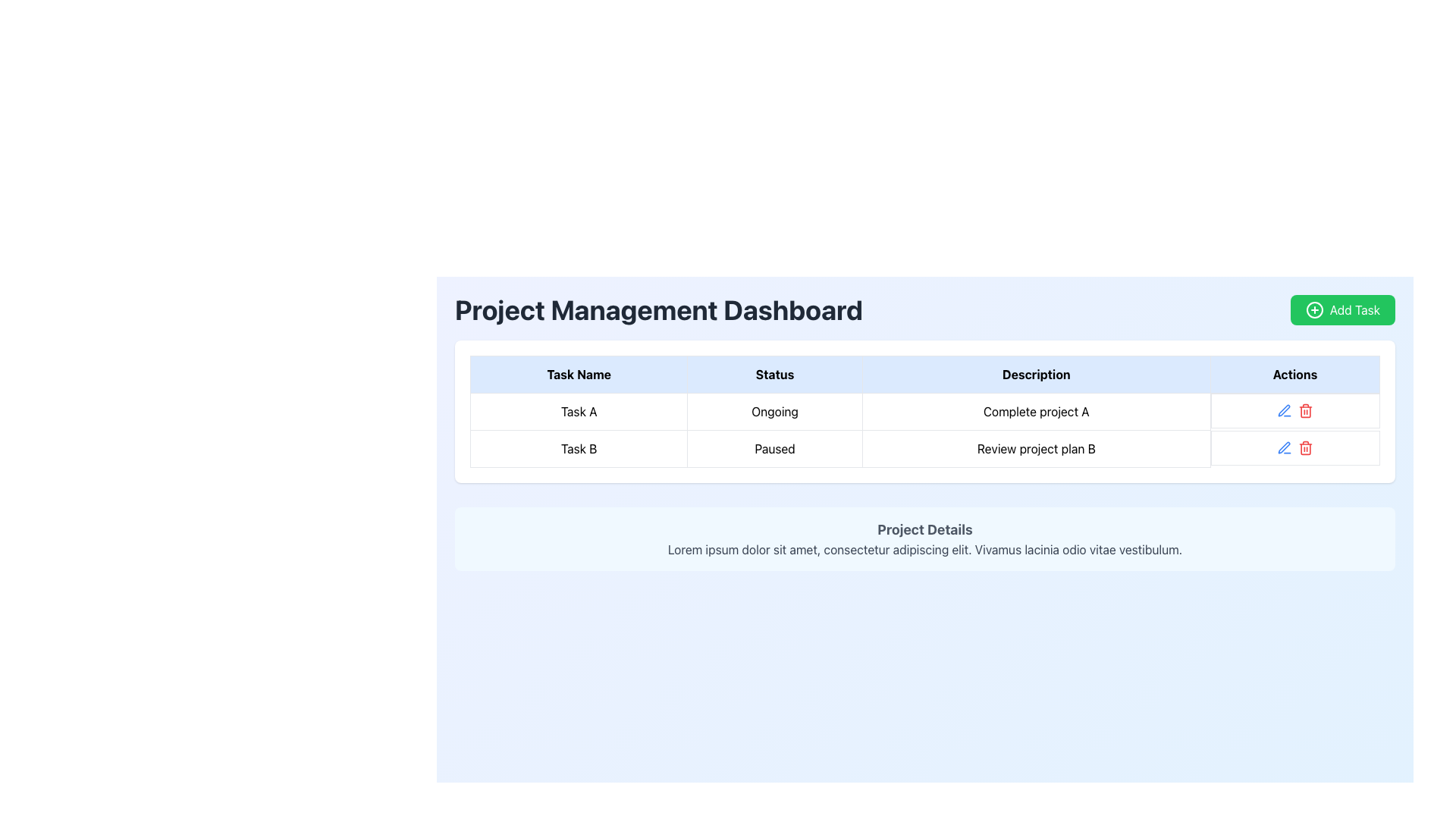  What do you see at coordinates (1305, 448) in the screenshot?
I see `the trash bin icon in the 'Actions' column of the 'Task B' entry in the dashboard application` at bounding box center [1305, 448].